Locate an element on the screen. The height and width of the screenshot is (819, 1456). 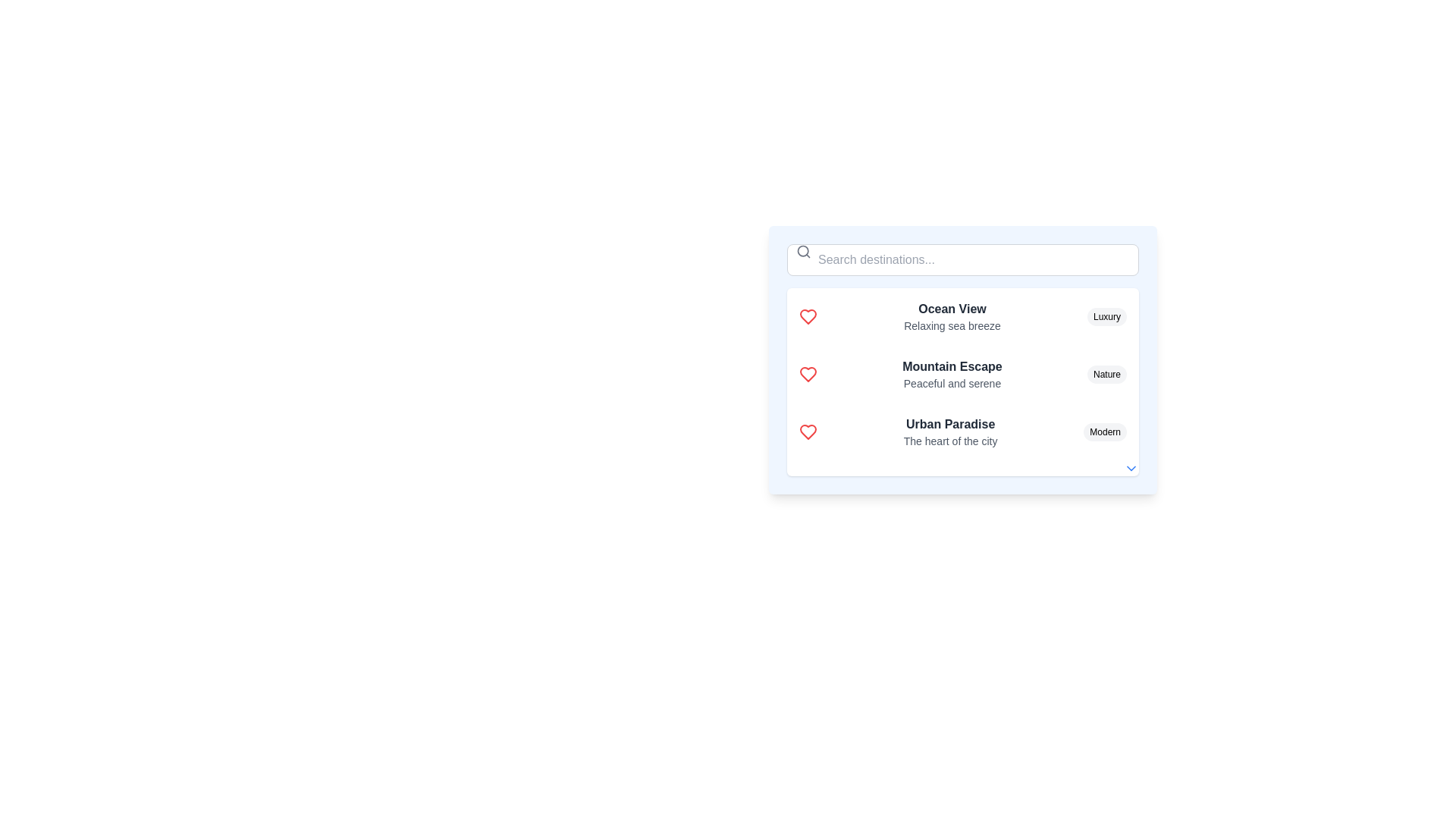
the heart-shaped icon outlined in red is located at coordinates (807, 315).